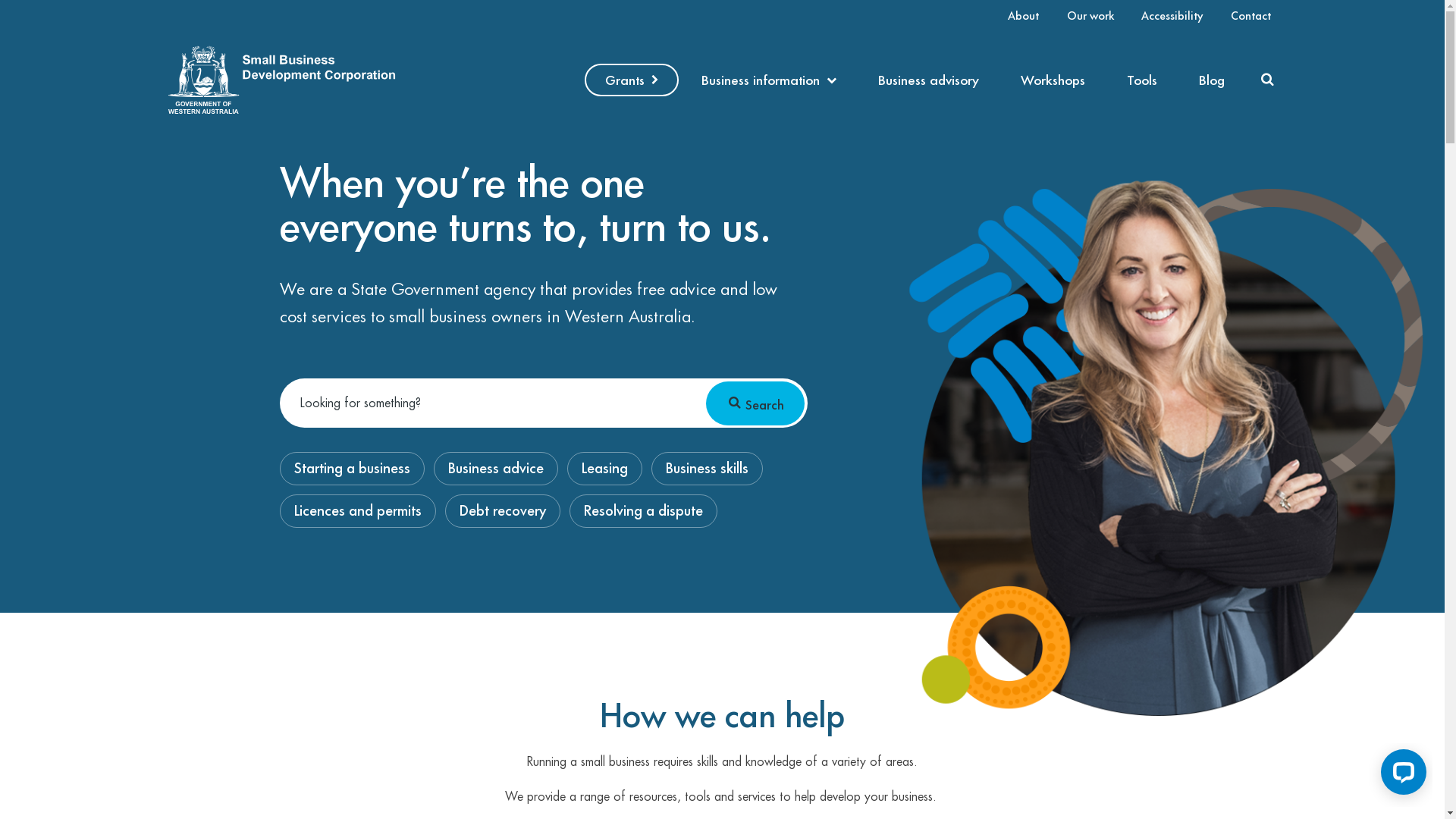 The height and width of the screenshot is (819, 1456). I want to click on 'Leasing', so click(566, 467).